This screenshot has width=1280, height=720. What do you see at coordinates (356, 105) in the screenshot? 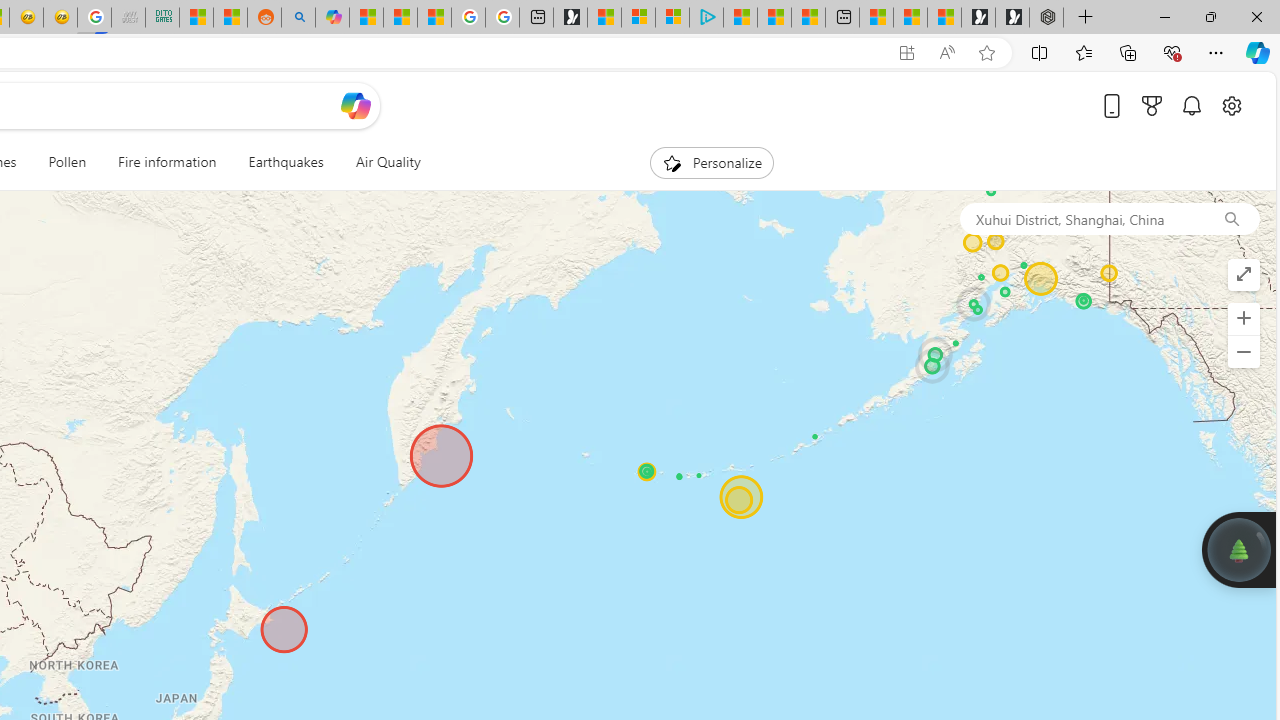
I see `'Open Copilot'` at bounding box center [356, 105].